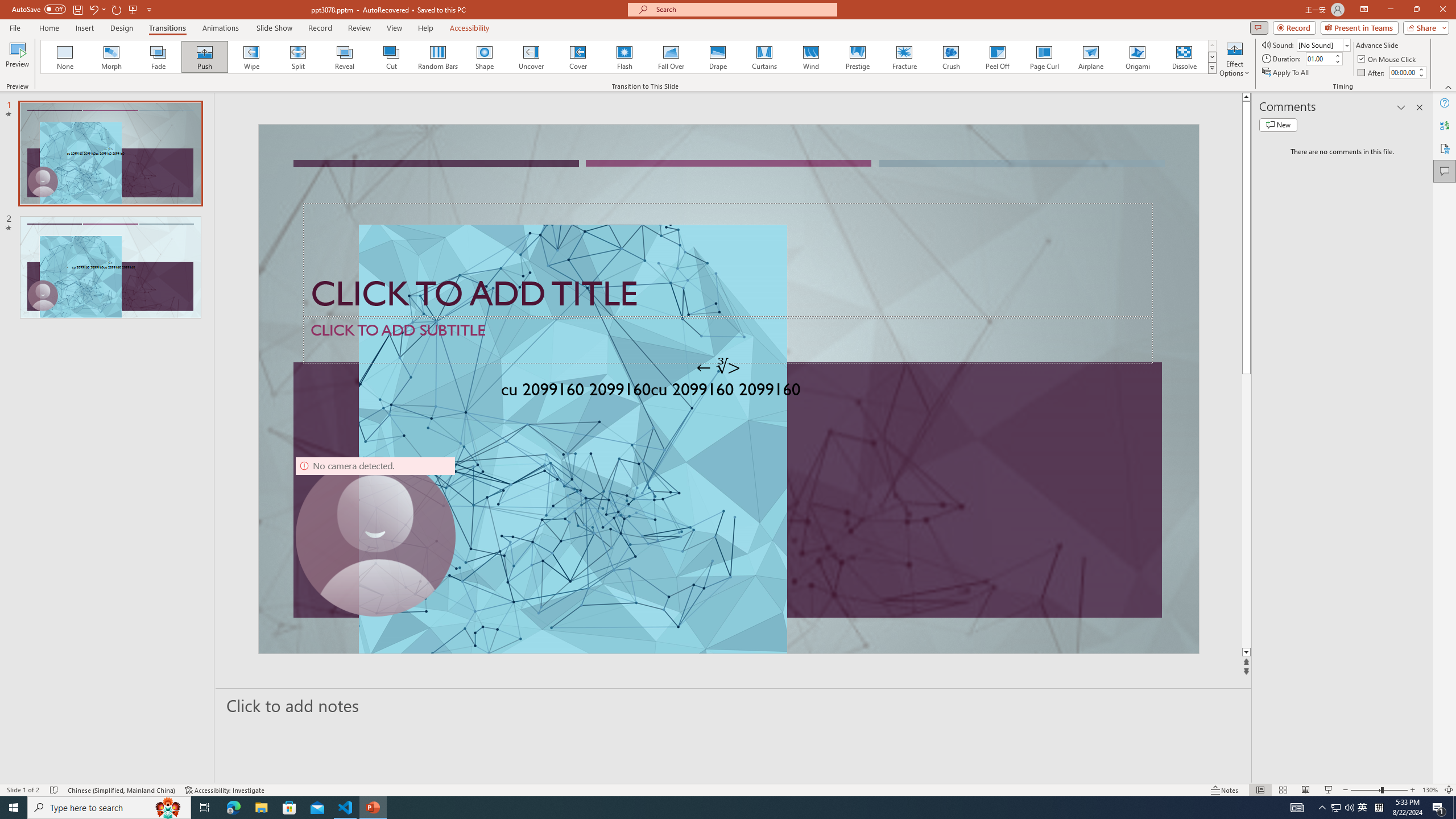 This screenshot has height=819, width=1456. Describe the element at coordinates (728, 260) in the screenshot. I see `'Title TextBox'` at that location.